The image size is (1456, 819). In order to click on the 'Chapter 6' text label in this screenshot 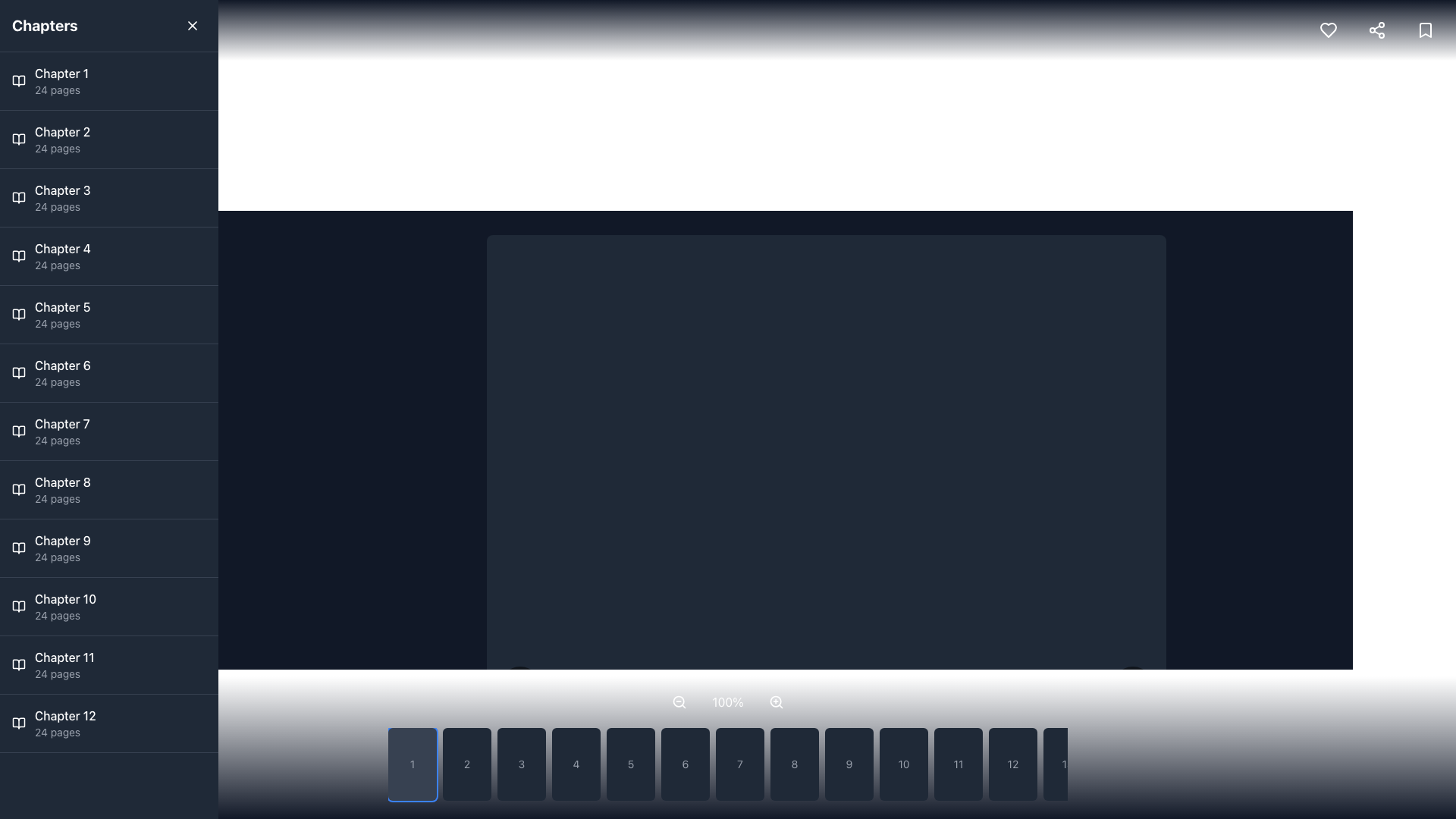, I will do `click(61, 366)`.